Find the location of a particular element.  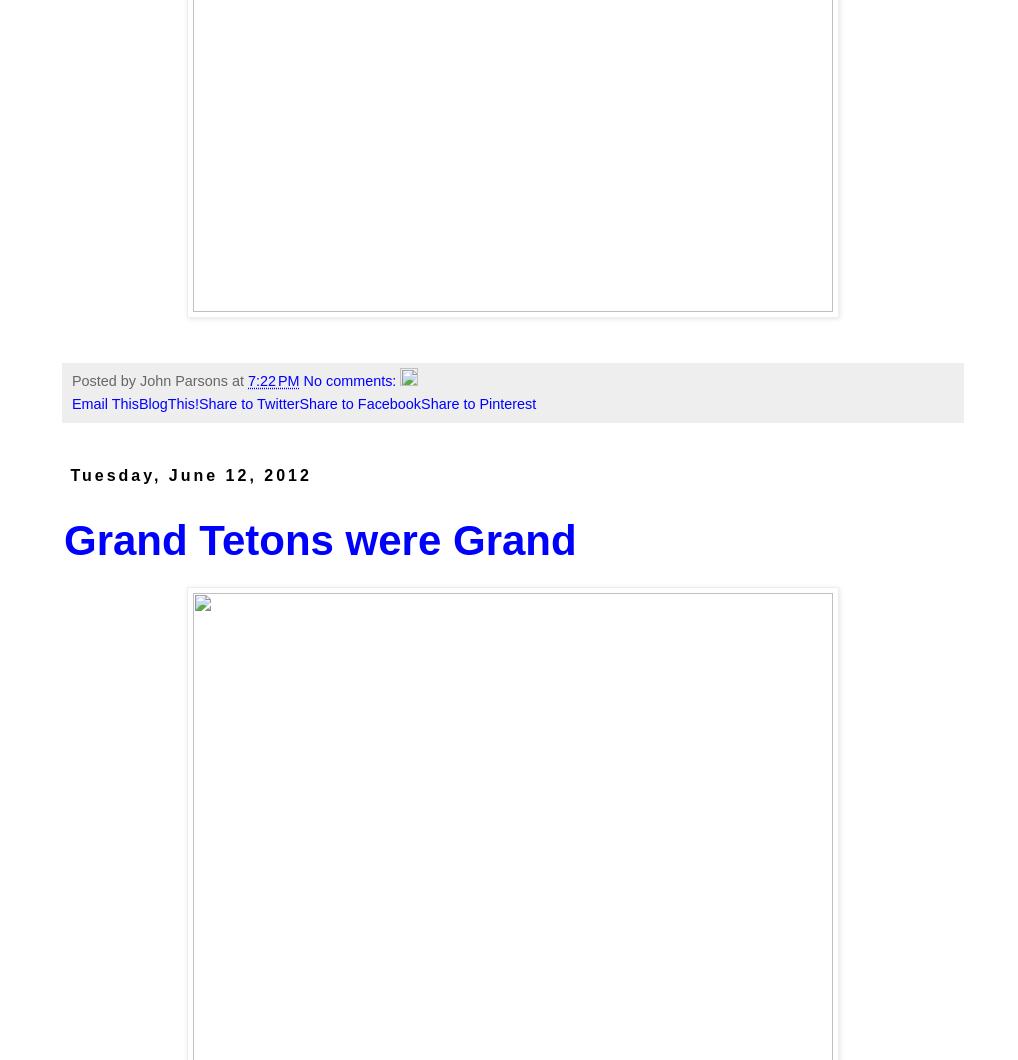

'at' is located at coordinates (231, 380).